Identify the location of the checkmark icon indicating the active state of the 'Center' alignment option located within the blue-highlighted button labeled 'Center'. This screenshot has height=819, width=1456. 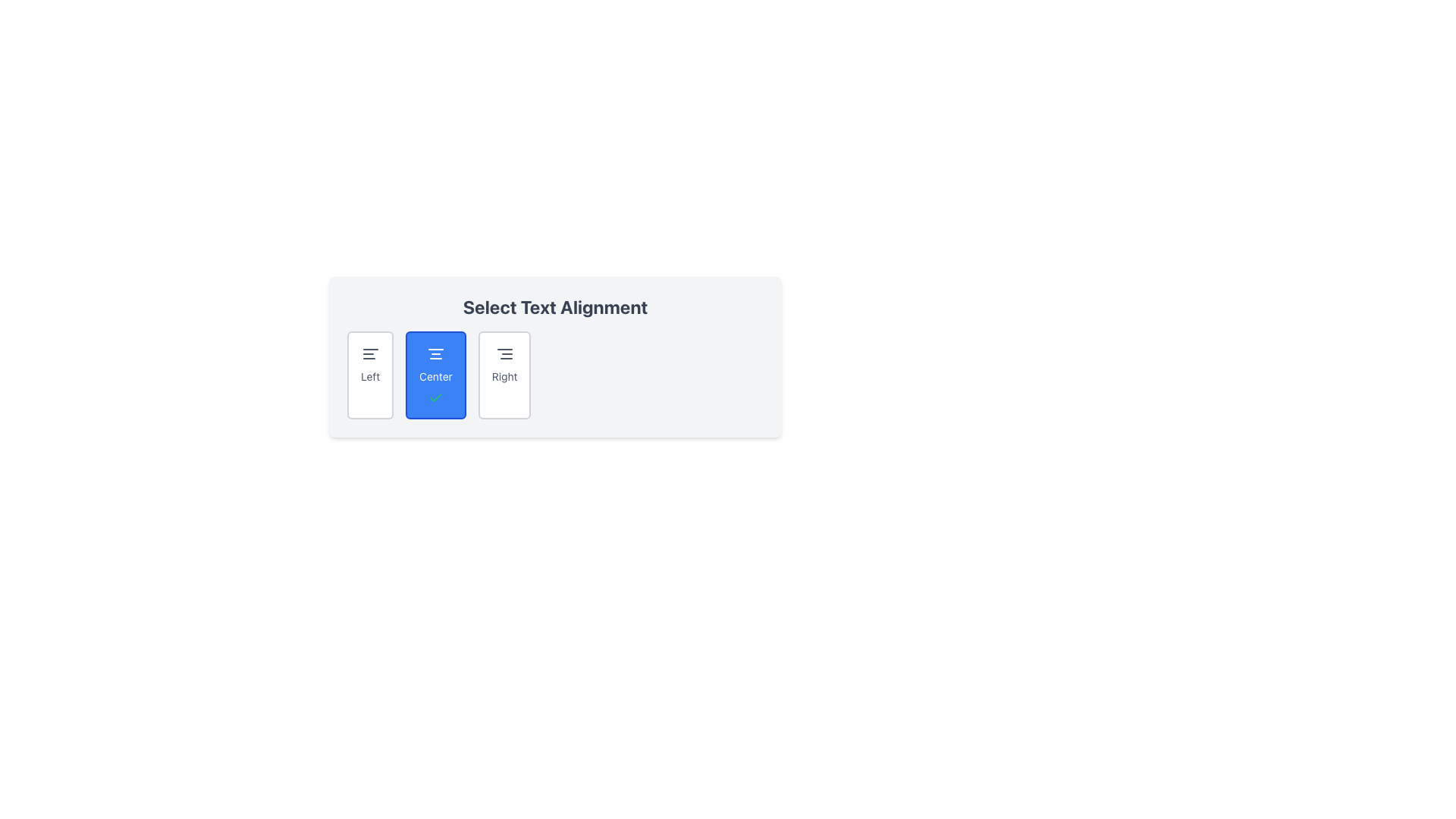
(435, 397).